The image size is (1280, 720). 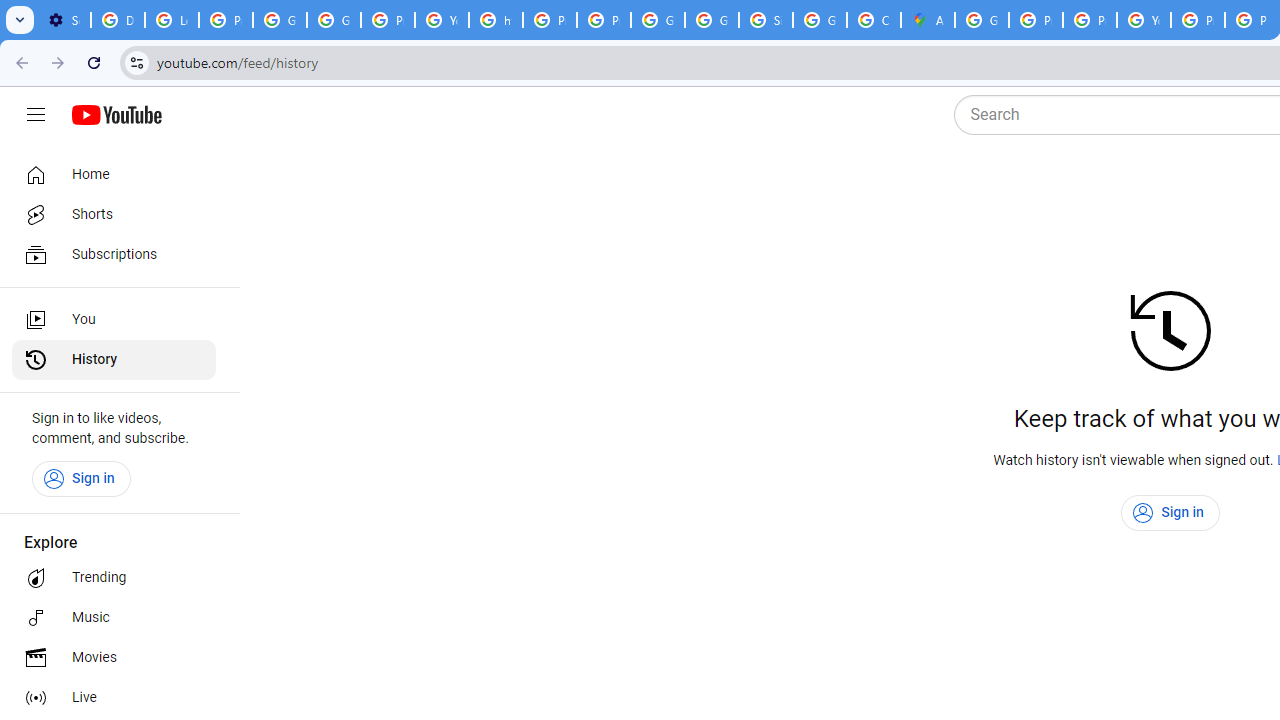 What do you see at coordinates (35, 115) in the screenshot?
I see `'Guide'` at bounding box center [35, 115].